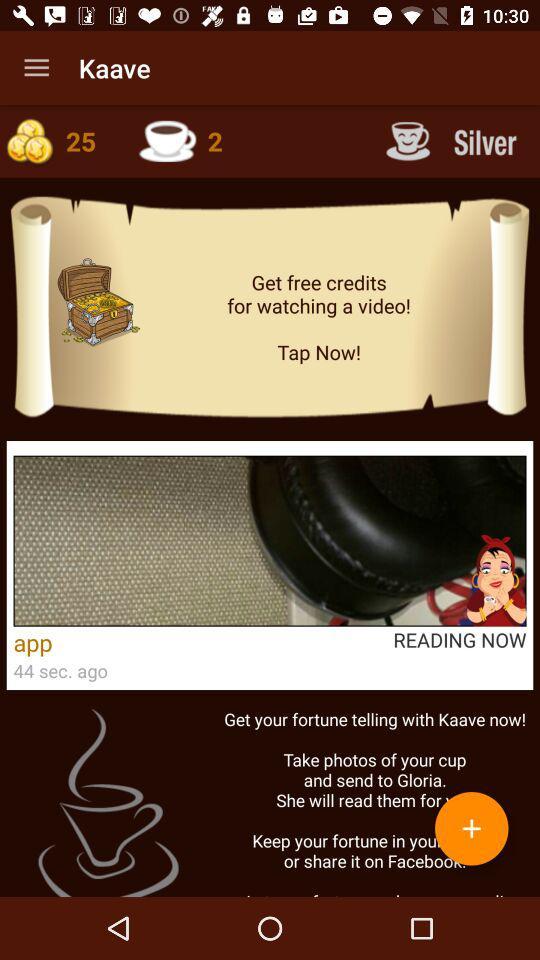  I want to click on the item above the get free credits item, so click(454, 140).